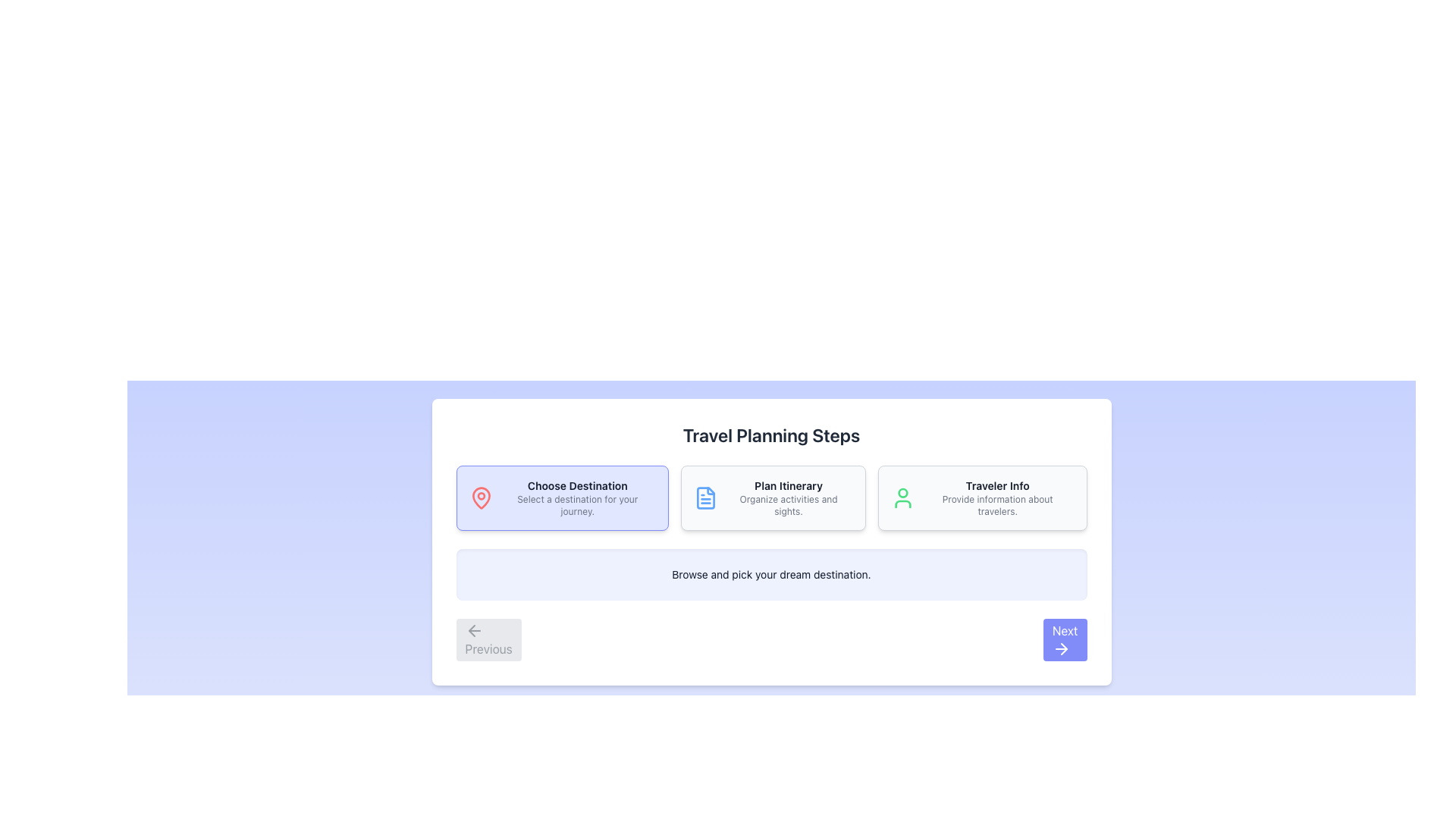  I want to click on the text label providing guidance for selecting a destination, located directly below the 'Choose Destination' heading in the Travel Planning Steps section, so click(576, 506).